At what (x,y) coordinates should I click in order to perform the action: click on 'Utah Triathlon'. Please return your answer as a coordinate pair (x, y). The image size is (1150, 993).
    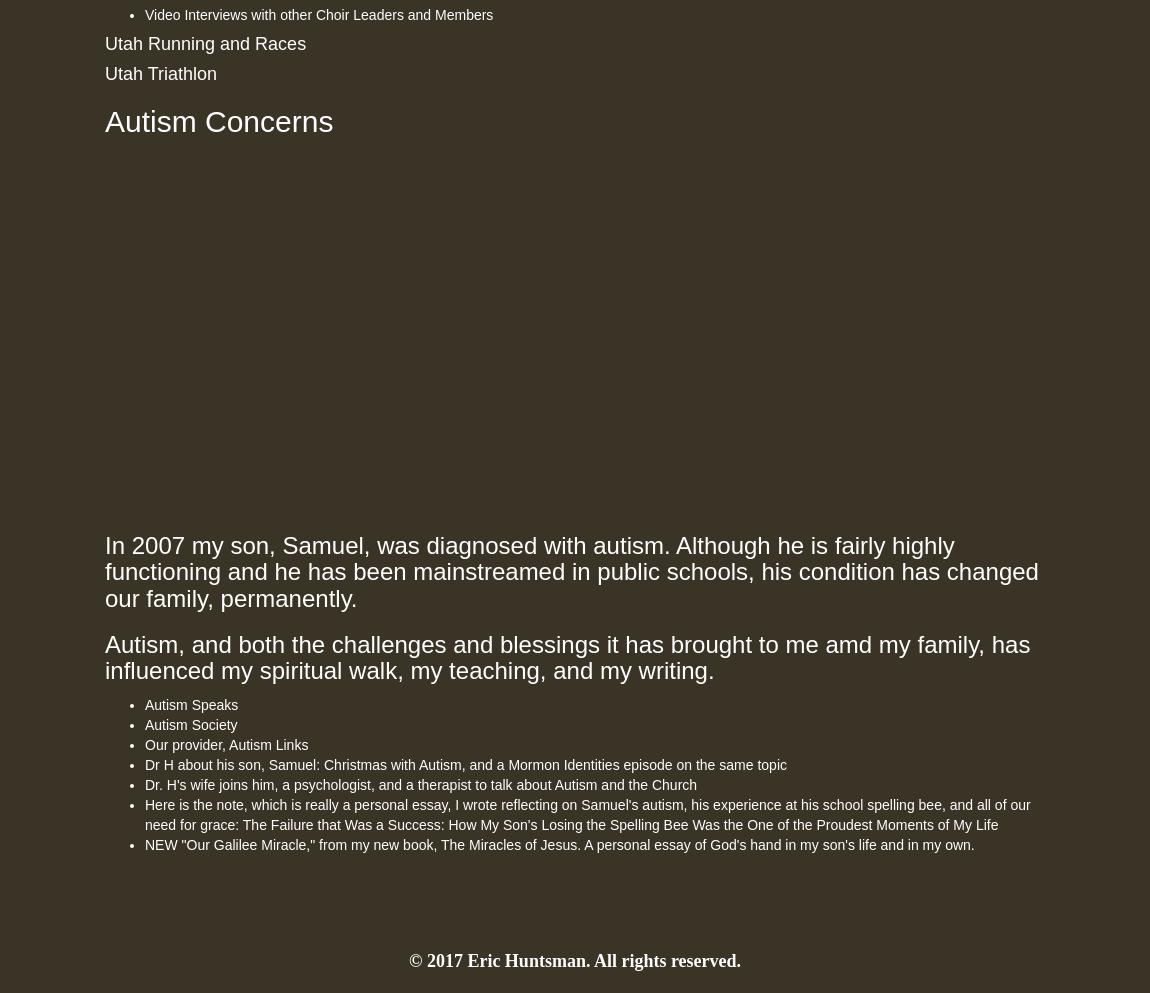
    Looking at the image, I should click on (160, 73).